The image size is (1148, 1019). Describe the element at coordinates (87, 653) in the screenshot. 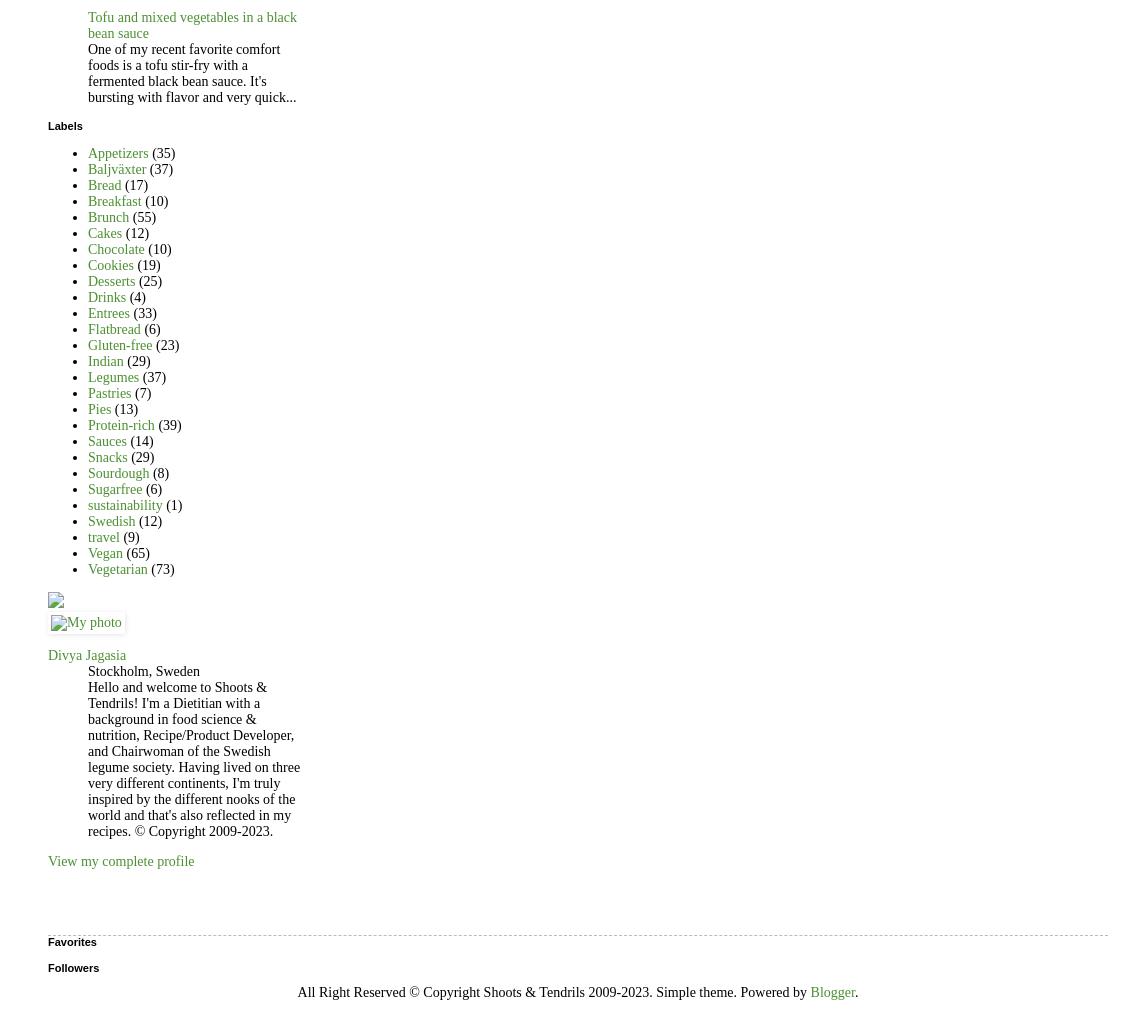

I see `'Divya Jagasia'` at that location.